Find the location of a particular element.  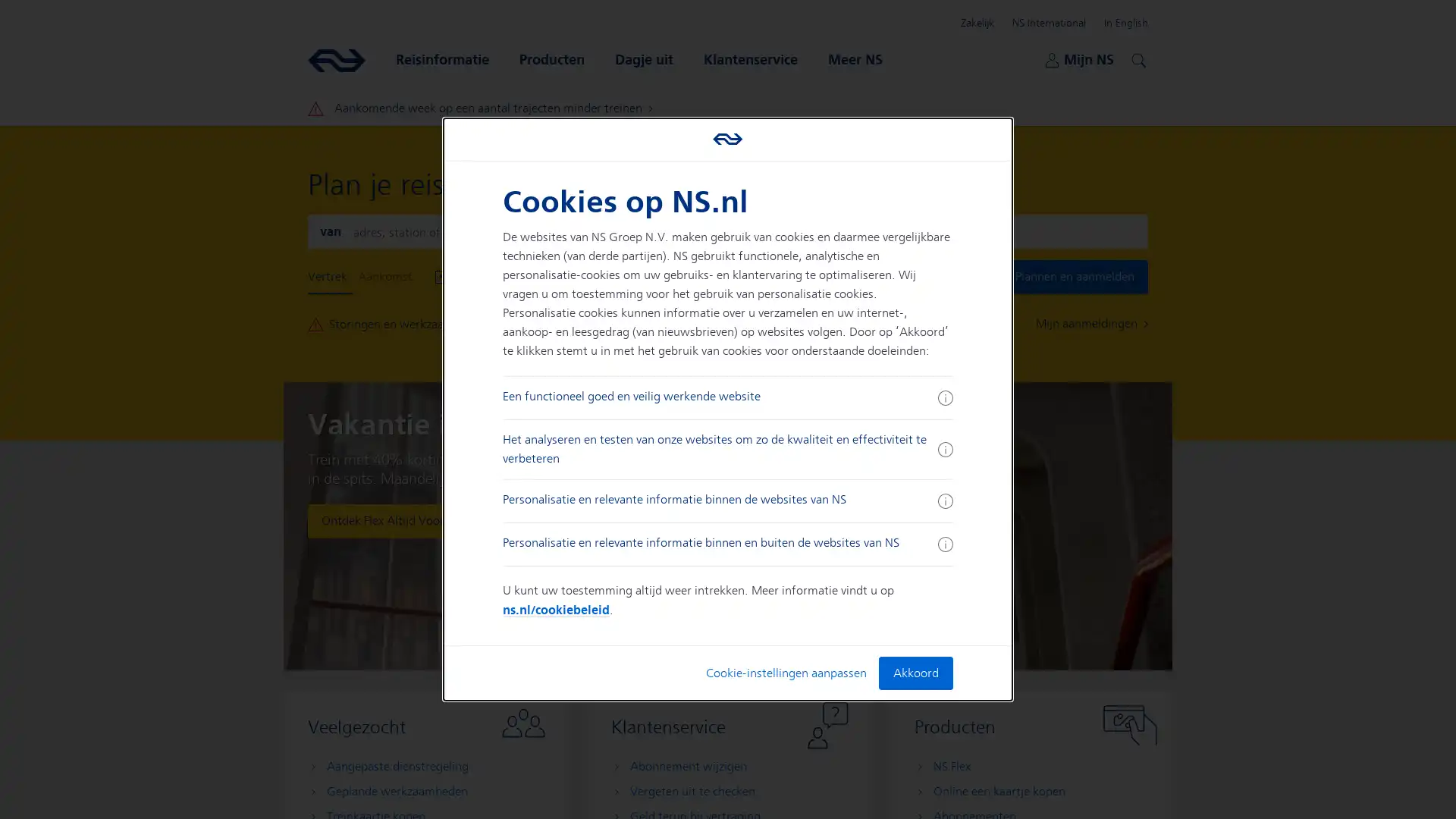

Meer NS Open submenu is located at coordinates (855, 58).